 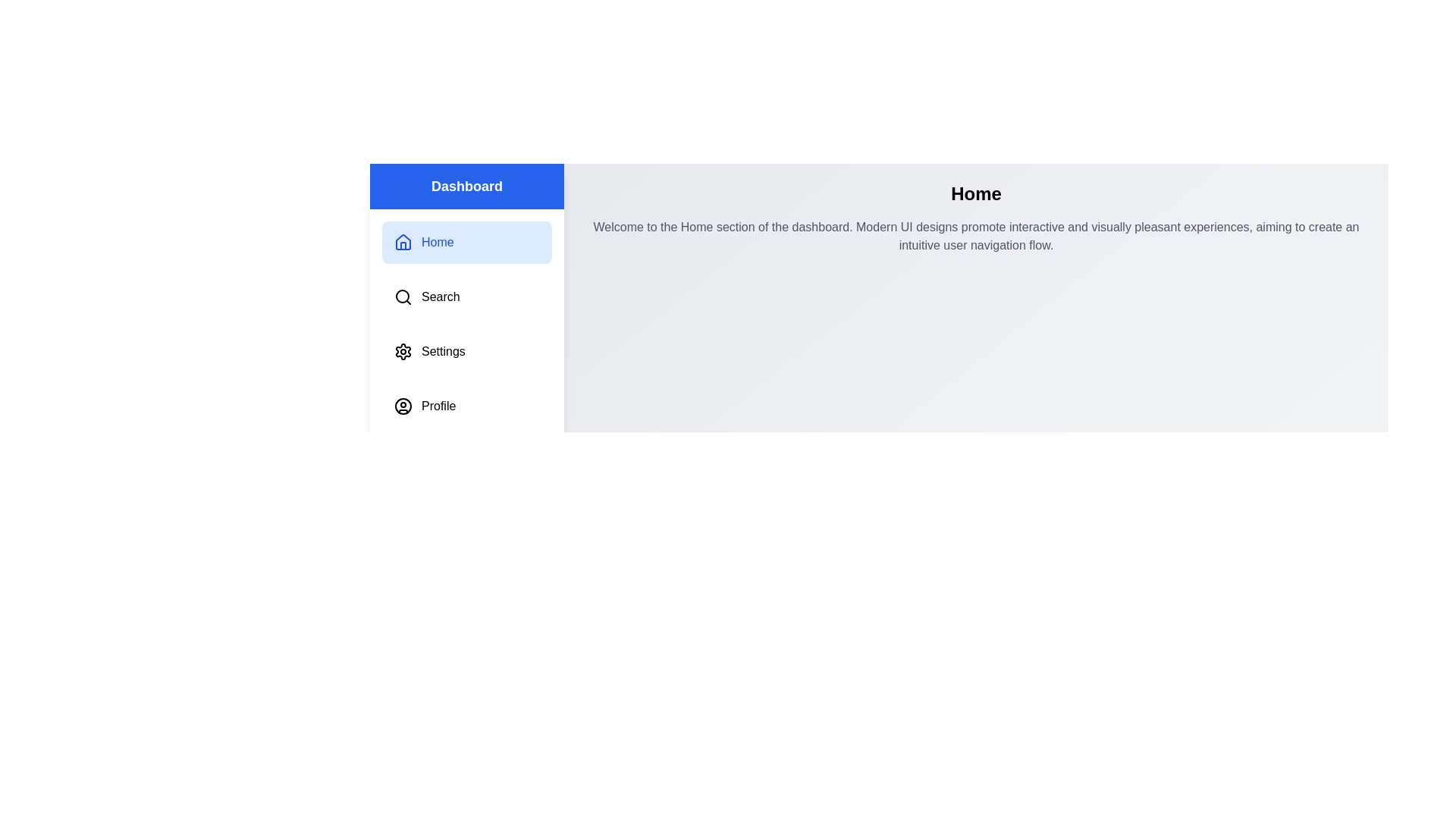 I want to click on the menu item corresponding to Profile, so click(x=466, y=406).